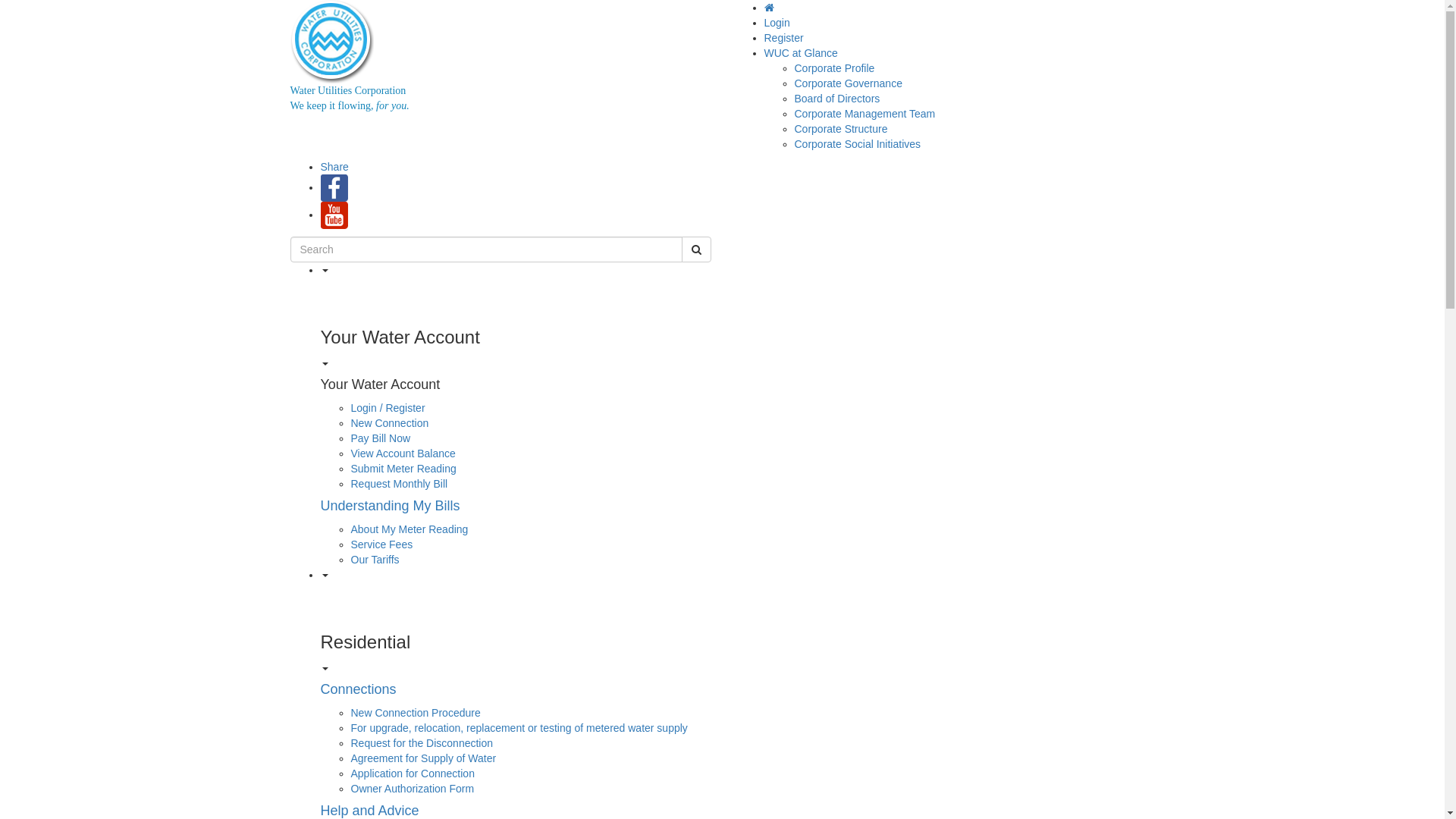 This screenshot has width=1456, height=819. Describe the element at coordinates (381, 543) in the screenshot. I see `'Service Fees'` at that location.